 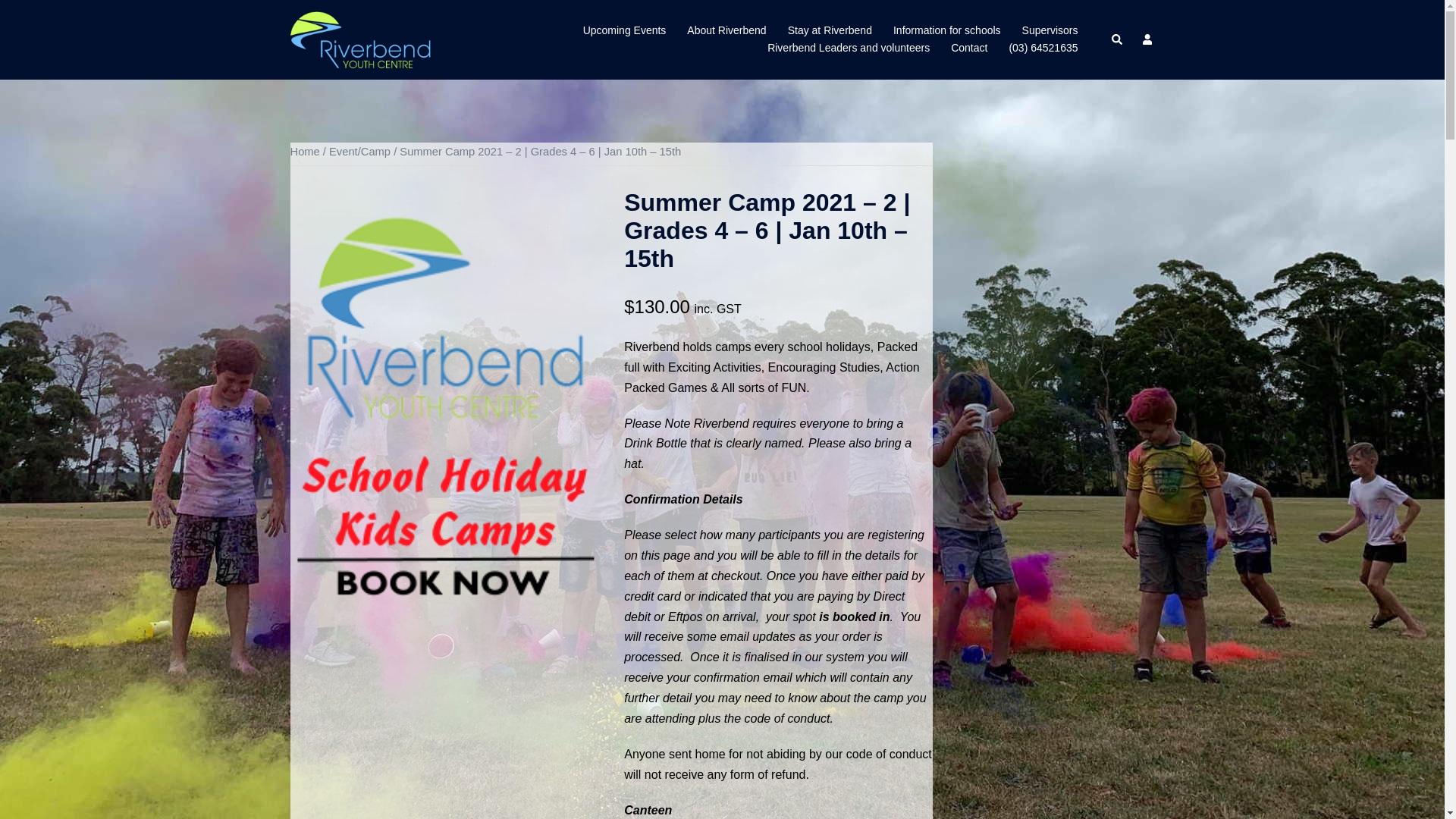 I want to click on 'Contact', so click(x=968, y=48).